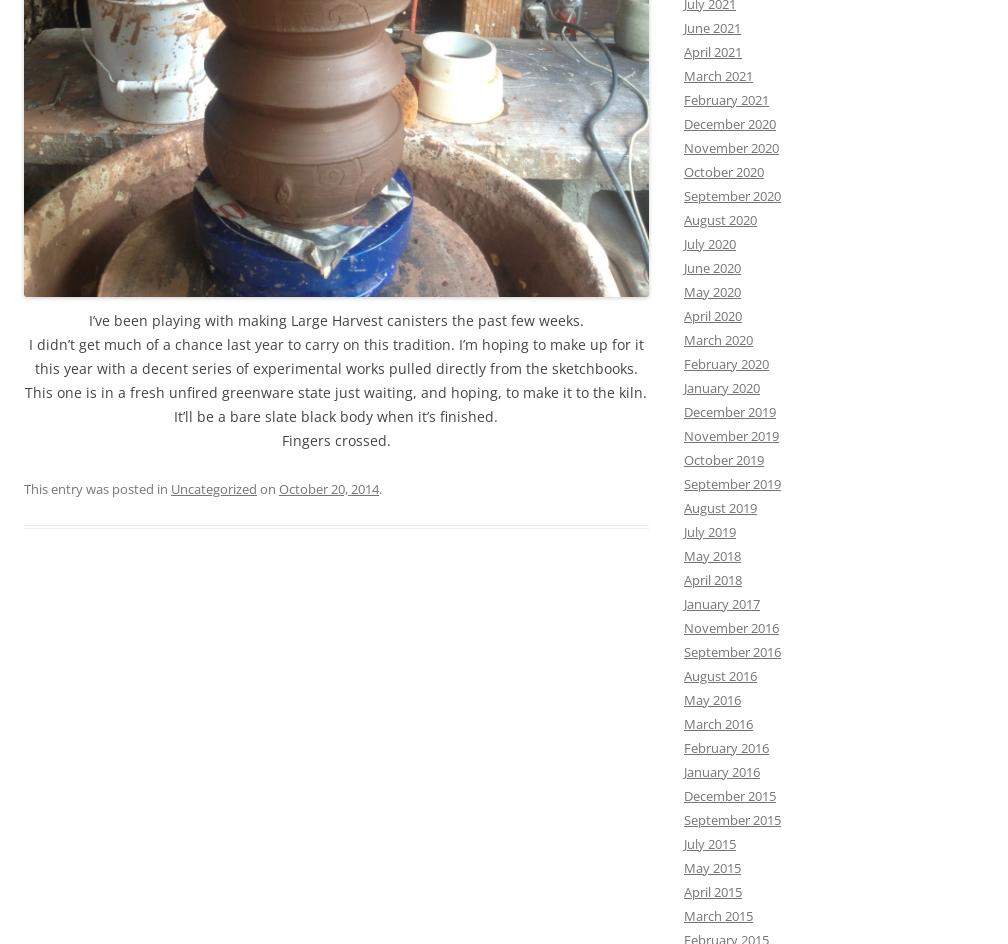 The height and width of the screenshot is (944, 1008). Describe the element at coordinates (268, 488) in the screenshot. I see `'on'` at that location.